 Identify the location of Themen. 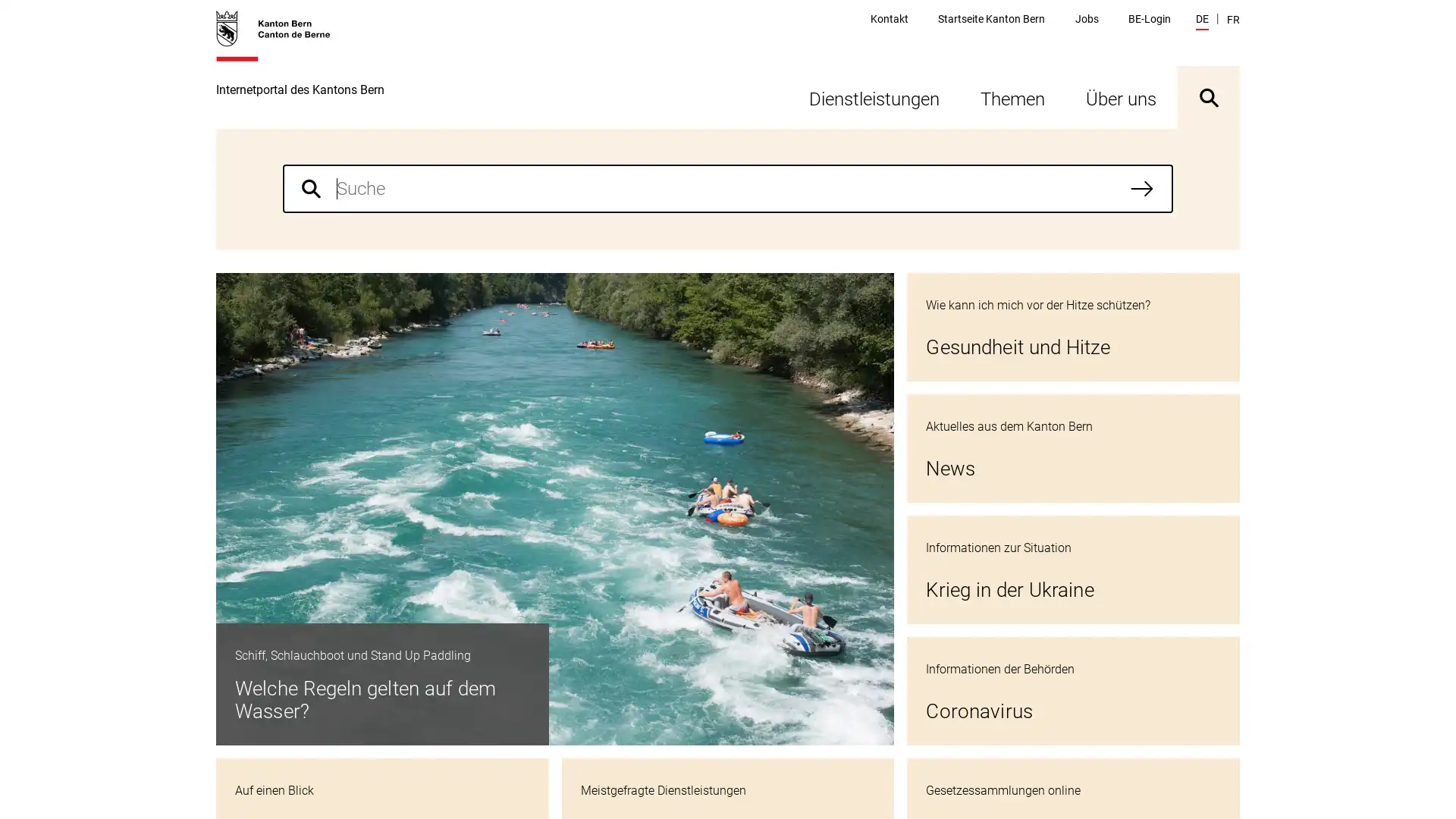
(1012, 97).